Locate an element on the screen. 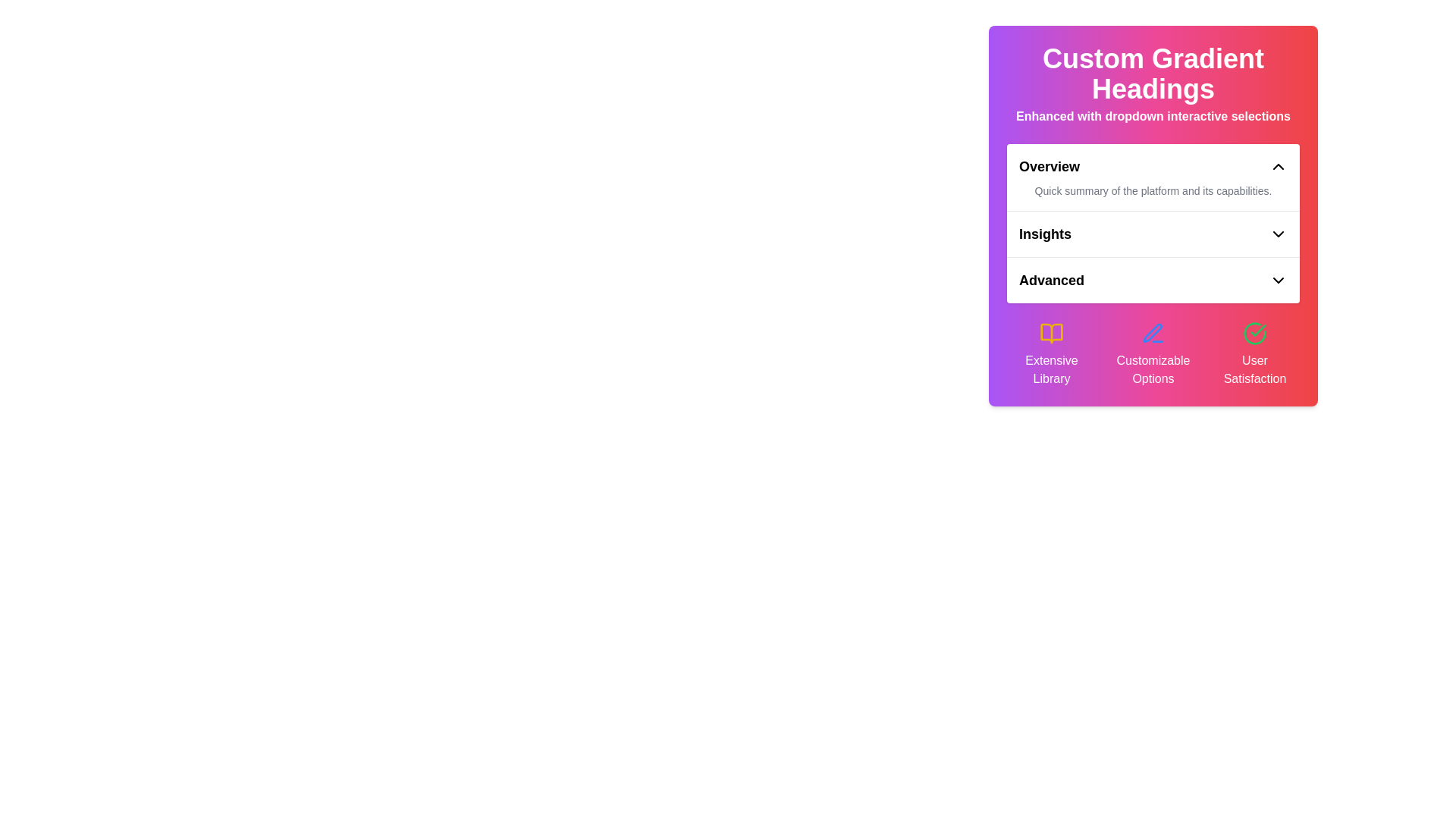 This screenshot has height=819, width=1456. the blue stylized pen icon, which is the middle icon of the three located at the bottom of the 'Custom Gradient Headings' card UI is located at coordinates (1153, 332).